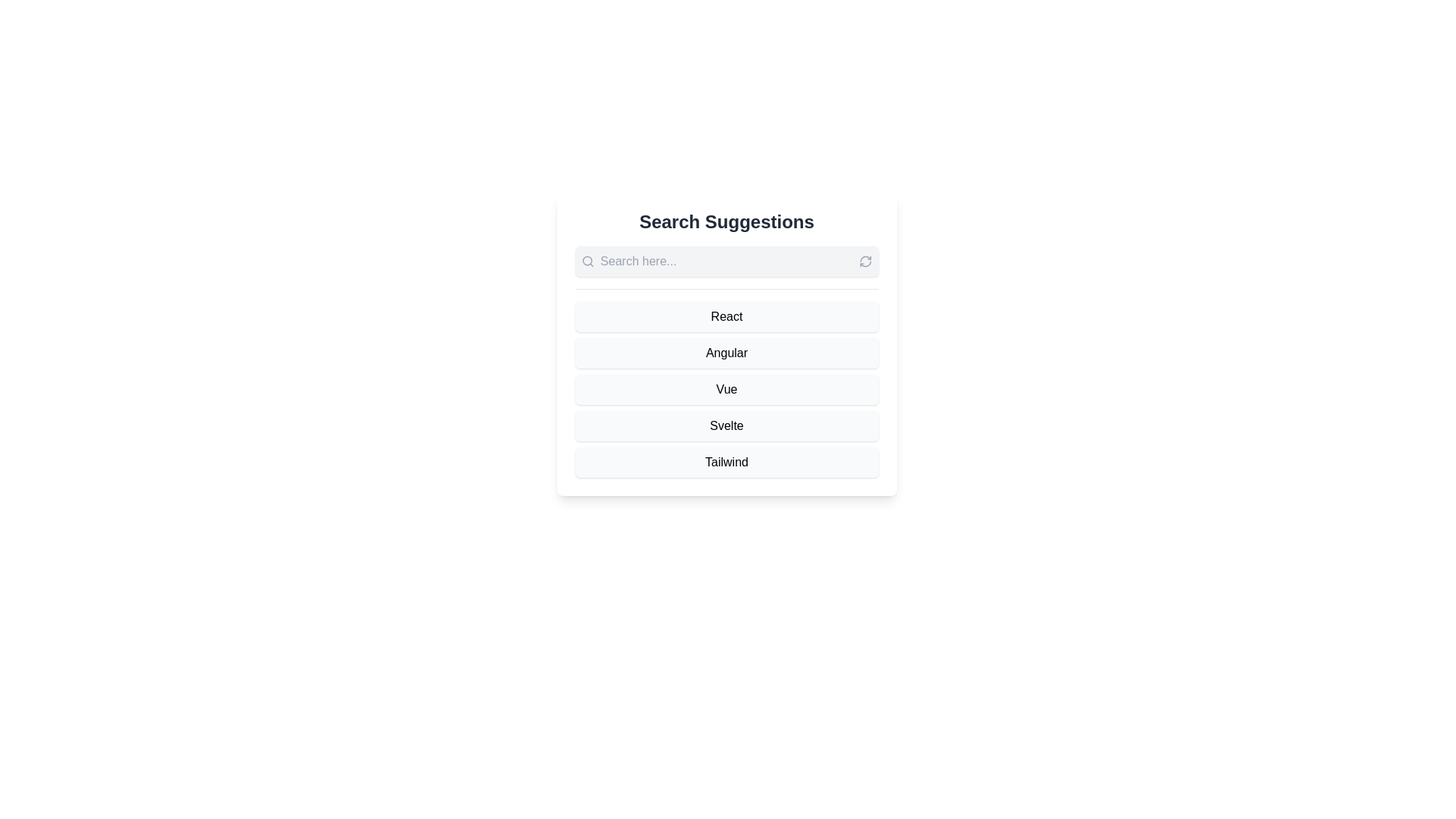 The image size is (1456, 819). Describe the element at coordinates (726, 353) in the screenshot. I see `the 'Angular' button, which is a light gray rectangular button with rounded edges, featuring the text 'Angular' in black, located under the 'React' button in the search suggestions` at that location.